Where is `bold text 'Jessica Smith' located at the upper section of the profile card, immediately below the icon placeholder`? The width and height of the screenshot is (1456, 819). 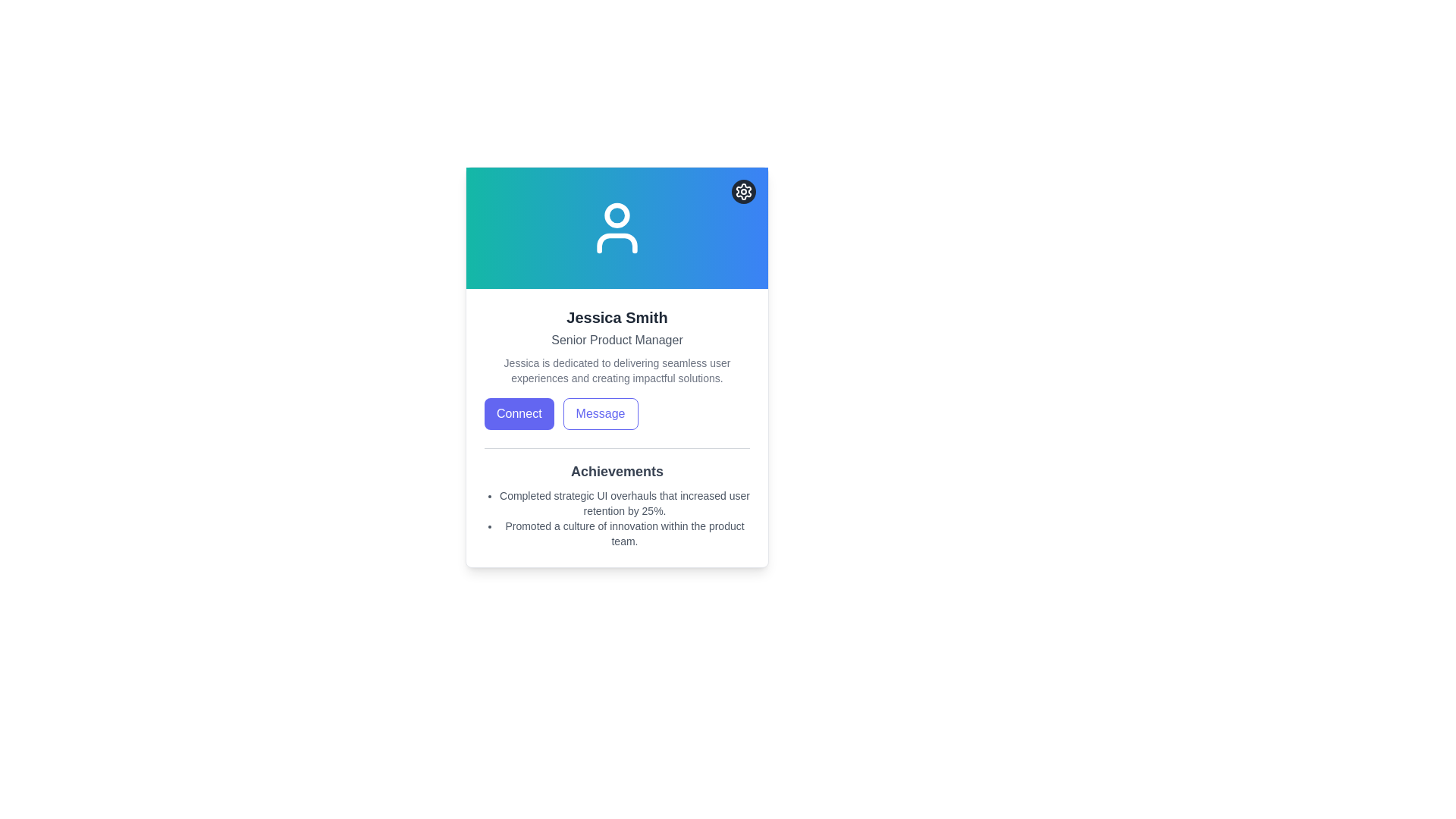 bold text 'Jessica Smith' located at the upper section of the profile card, immediately below the icon placeholder is located at coordinates (617, 317).